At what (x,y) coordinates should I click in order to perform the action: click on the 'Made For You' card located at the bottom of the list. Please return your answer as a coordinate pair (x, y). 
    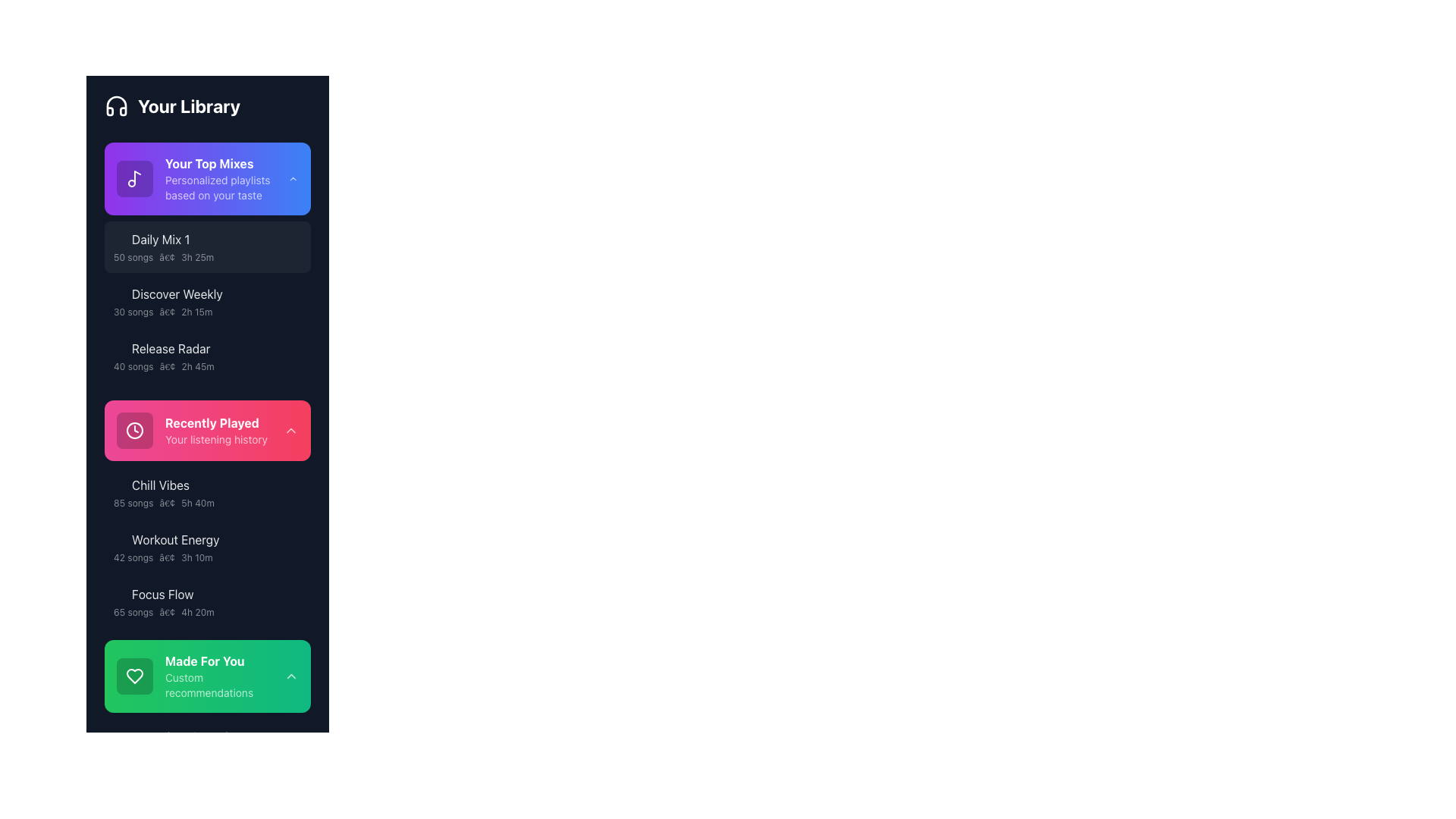
    Looking at the image, I should click on (206, 675).